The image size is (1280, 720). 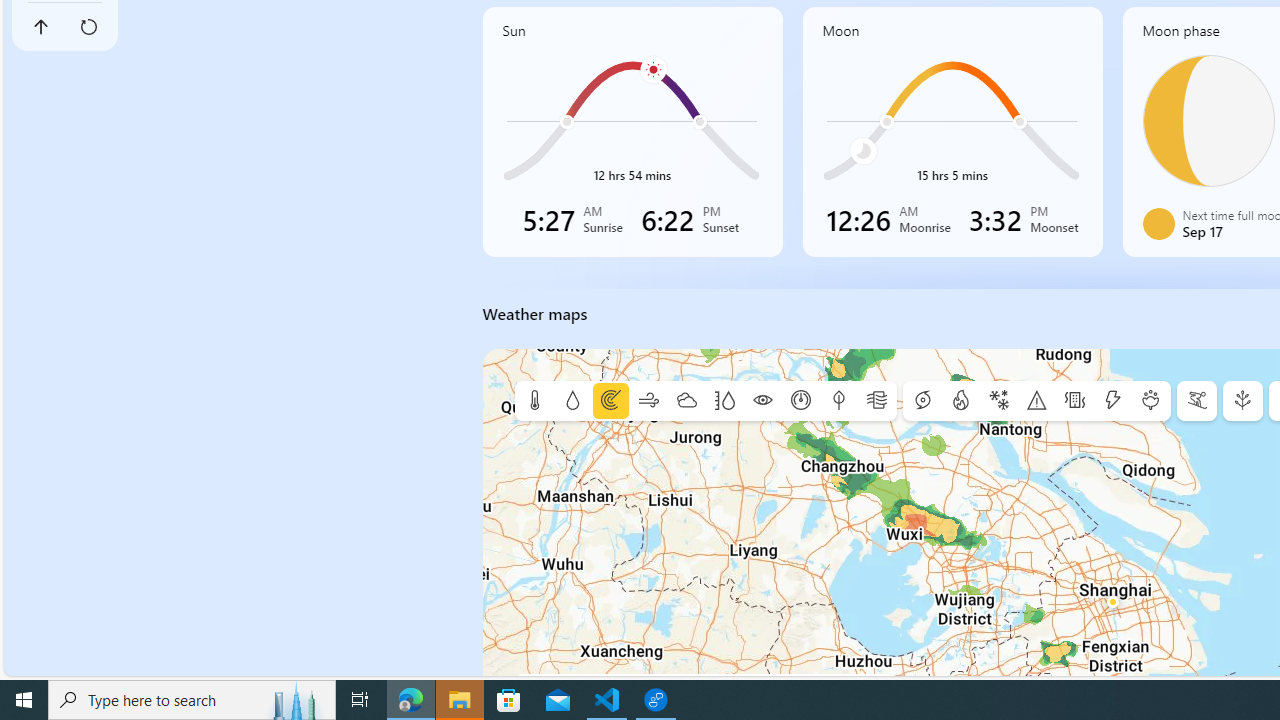 I want to click on 'Refresh this page', so click(x=88, y=27).